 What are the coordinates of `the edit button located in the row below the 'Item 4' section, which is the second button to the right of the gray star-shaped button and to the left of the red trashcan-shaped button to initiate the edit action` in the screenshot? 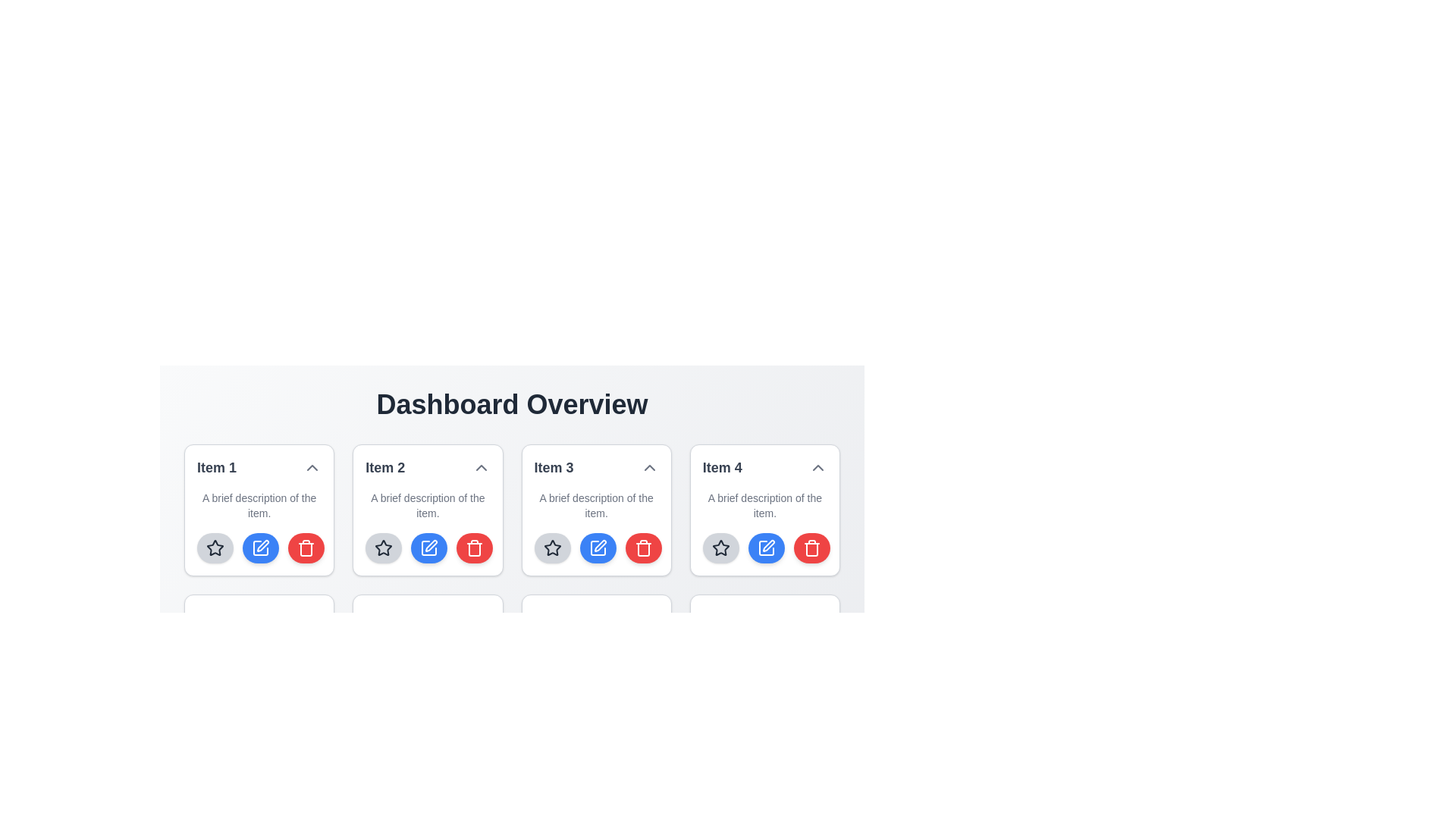 It's located at (764, 548).